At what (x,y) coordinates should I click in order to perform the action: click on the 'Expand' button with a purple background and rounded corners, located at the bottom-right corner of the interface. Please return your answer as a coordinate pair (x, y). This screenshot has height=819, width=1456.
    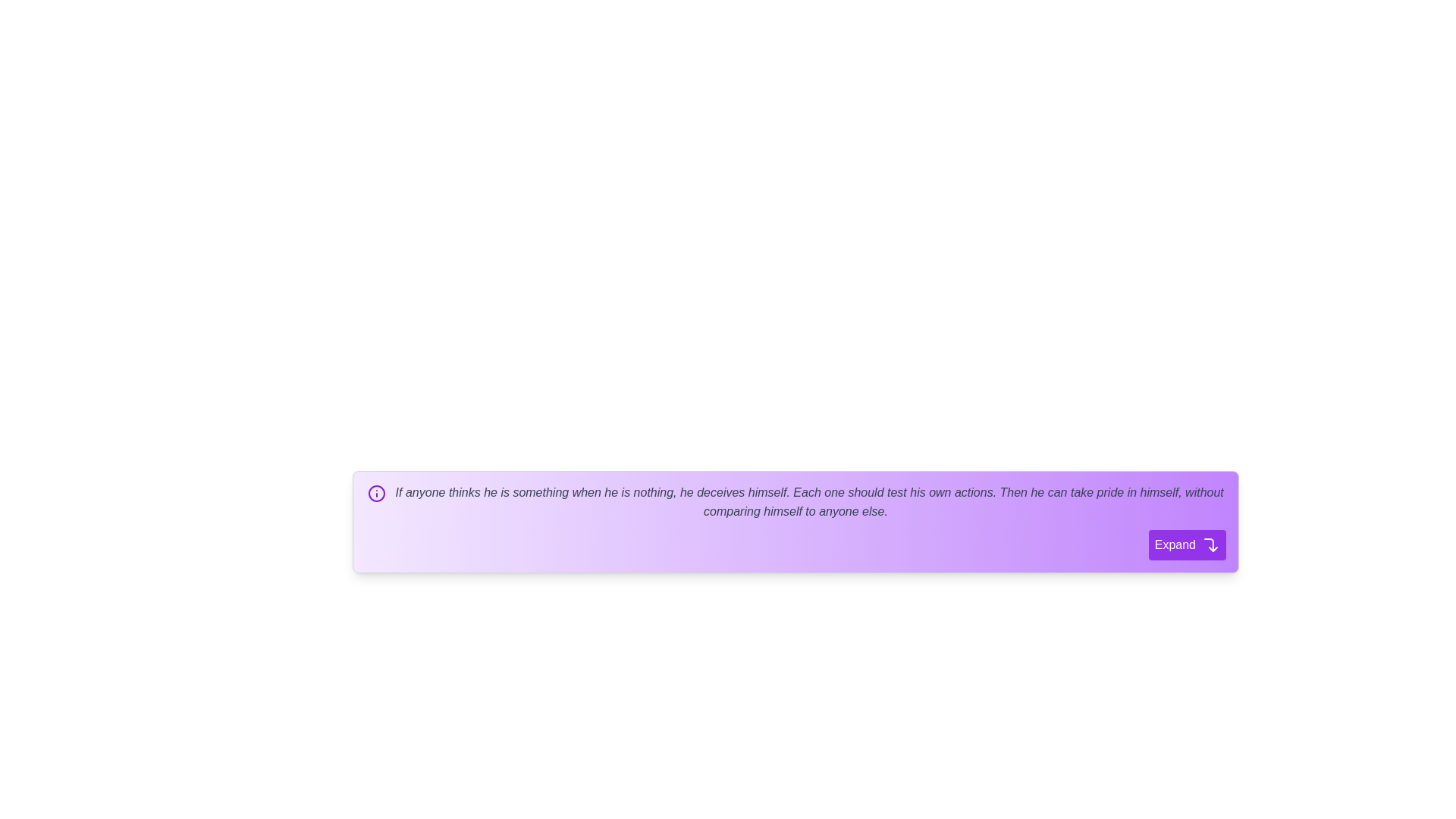
    Looking at the image, I should click on (1186, 544).